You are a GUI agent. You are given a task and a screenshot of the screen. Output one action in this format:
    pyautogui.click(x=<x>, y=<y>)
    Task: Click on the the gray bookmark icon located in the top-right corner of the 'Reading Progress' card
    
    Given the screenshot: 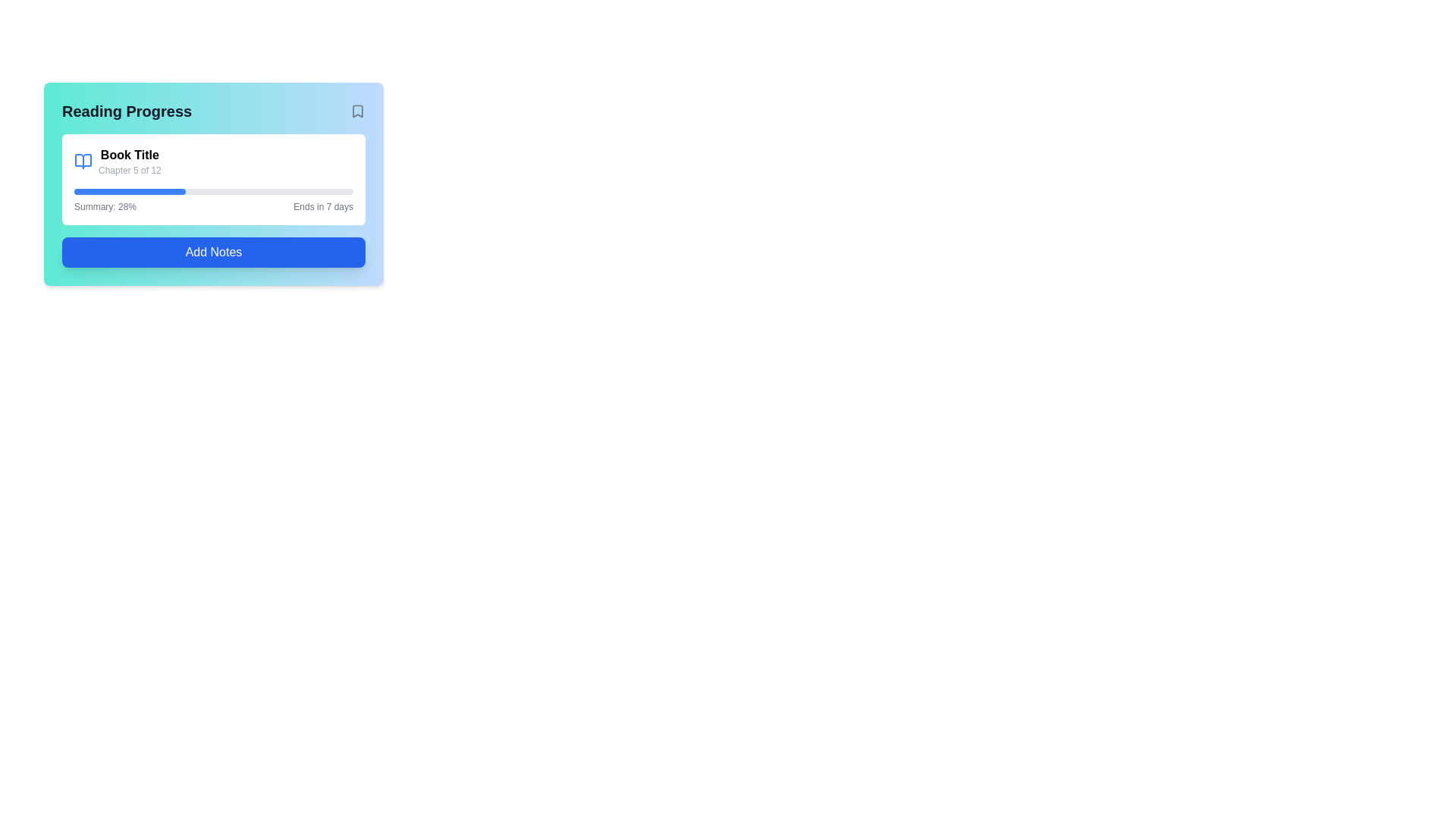 What is the action you would take?
    pyautogui.click(x=356, y=110)
    